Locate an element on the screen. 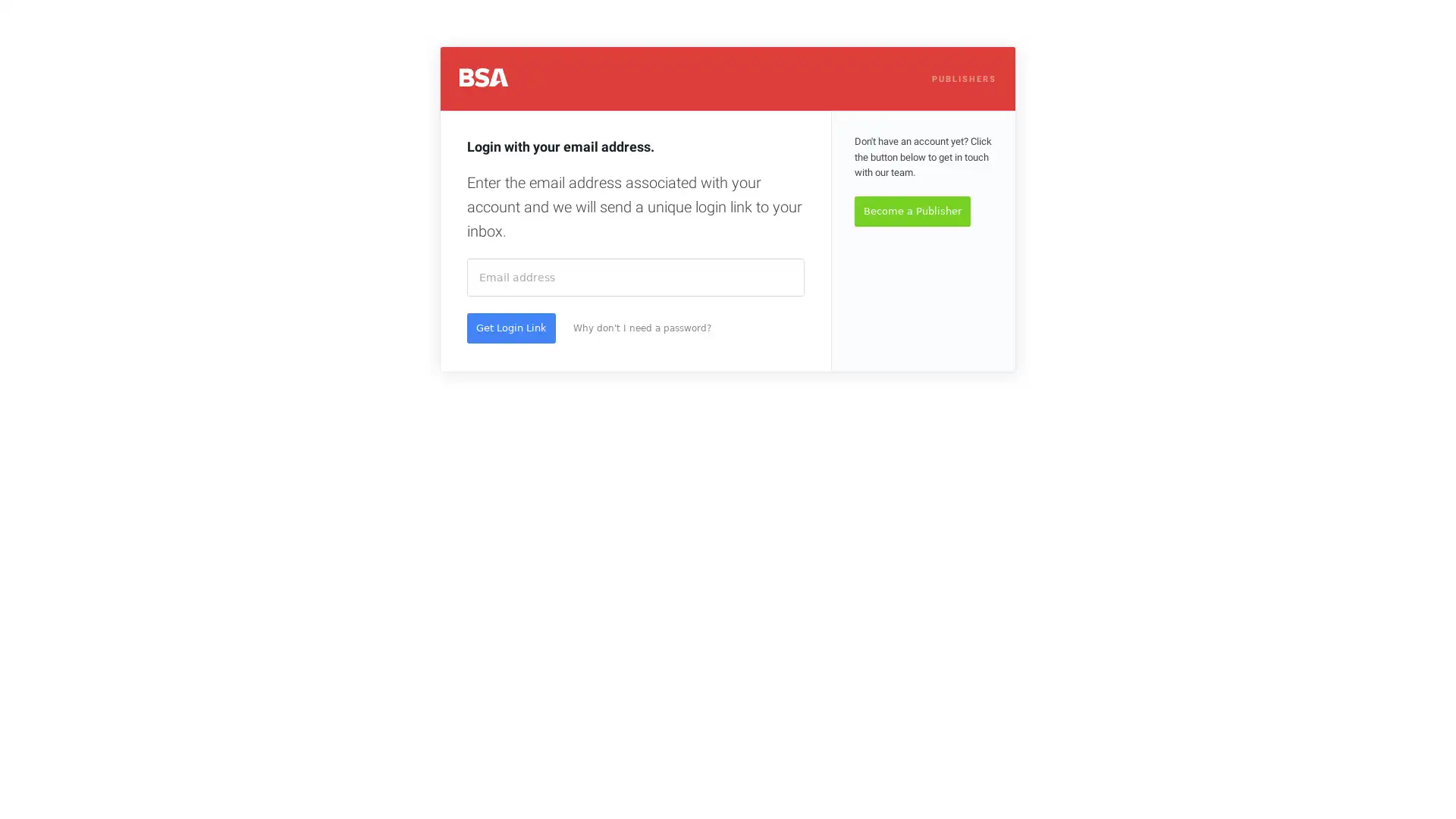 Image resolution: width=1456 pixels, height=819 pixels. Become a Publisher is located at coordinates (912, 211).